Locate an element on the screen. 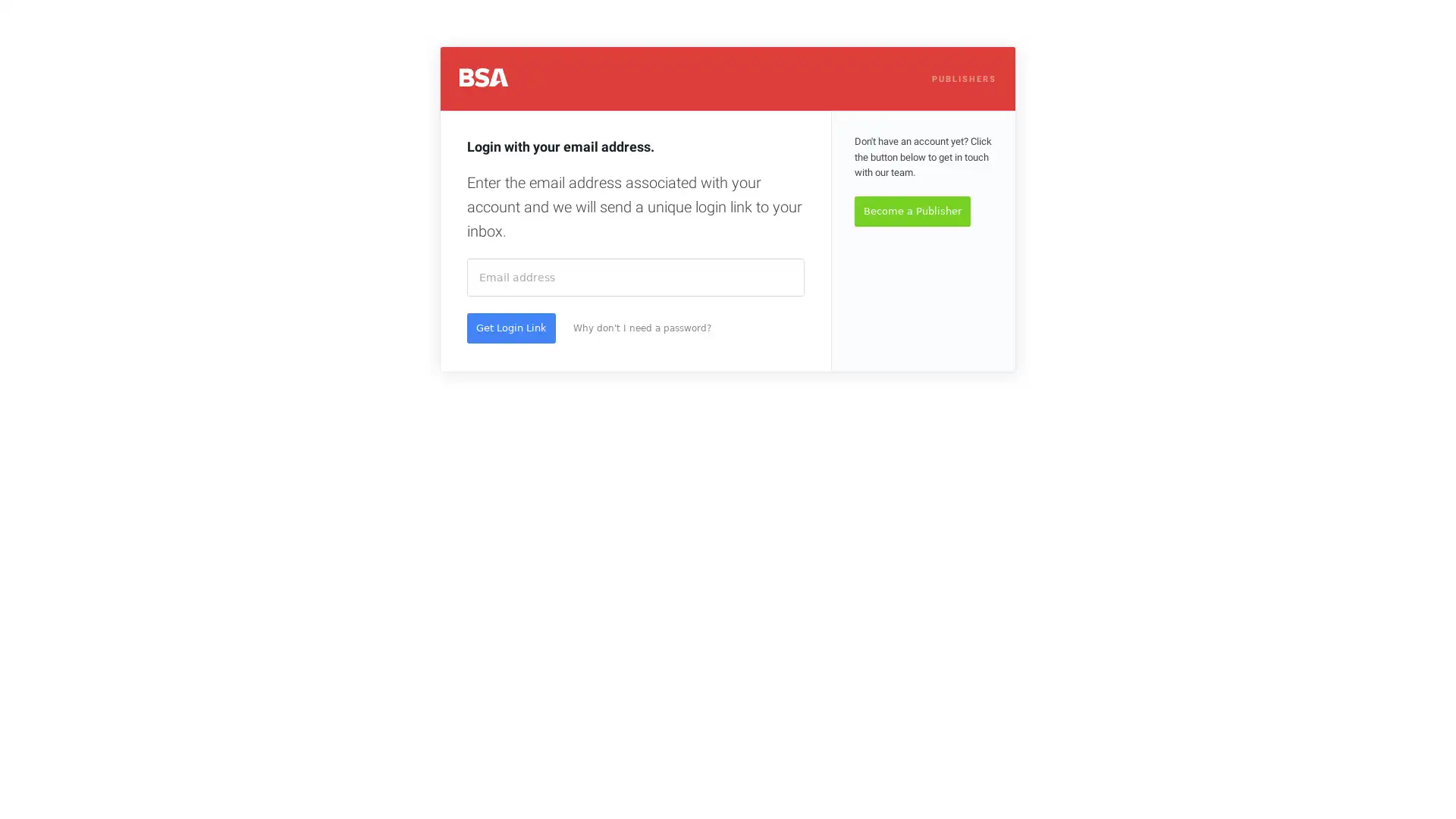 Image resolution: width=1456 pixels, height=819 pixels. Become a Publisher is located at coordinates (912, 211).